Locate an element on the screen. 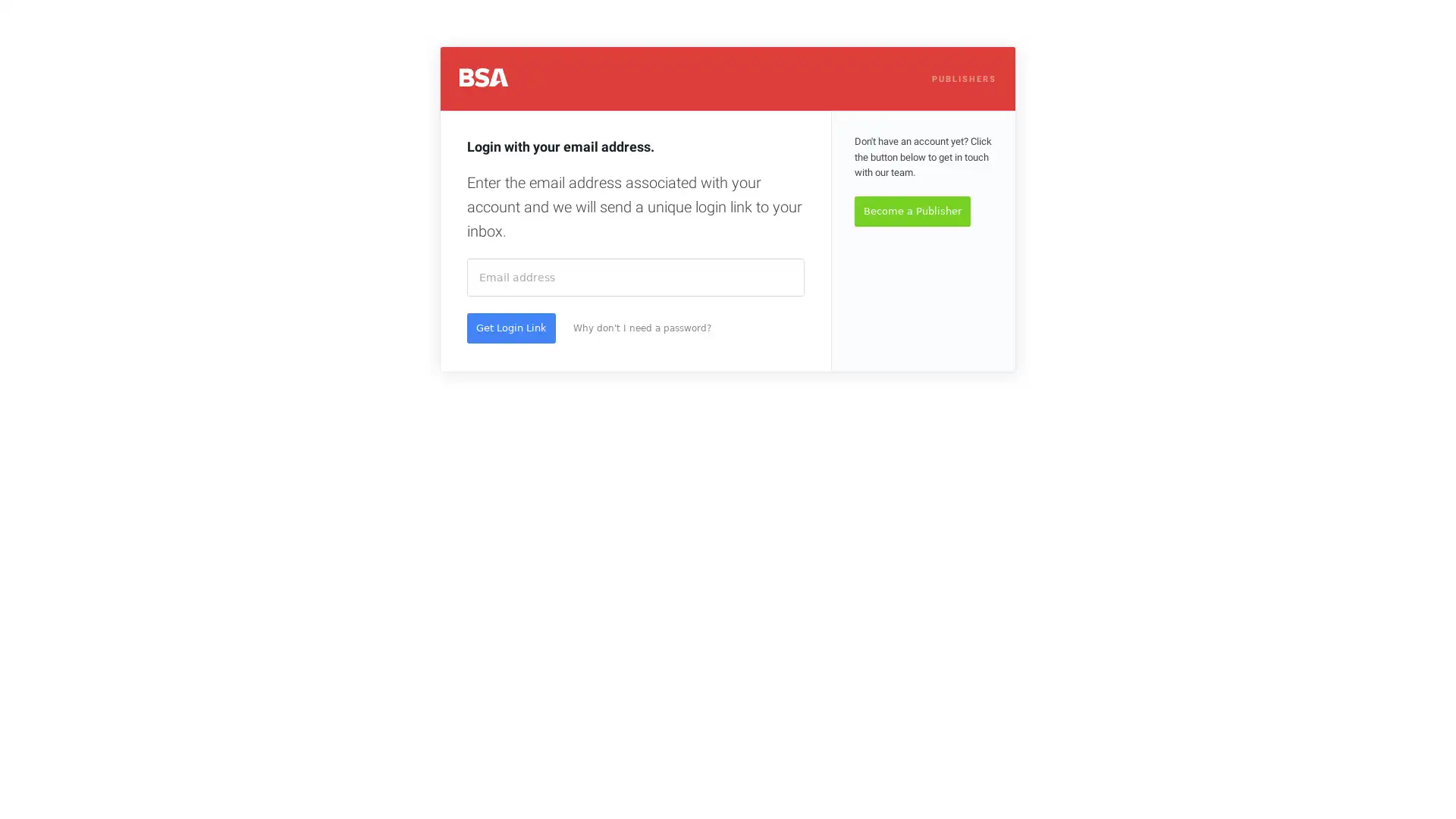 Image resolution: width=1456 pixels, height=819 pixels. Become a Publisher is located at coordinates (912, 211).